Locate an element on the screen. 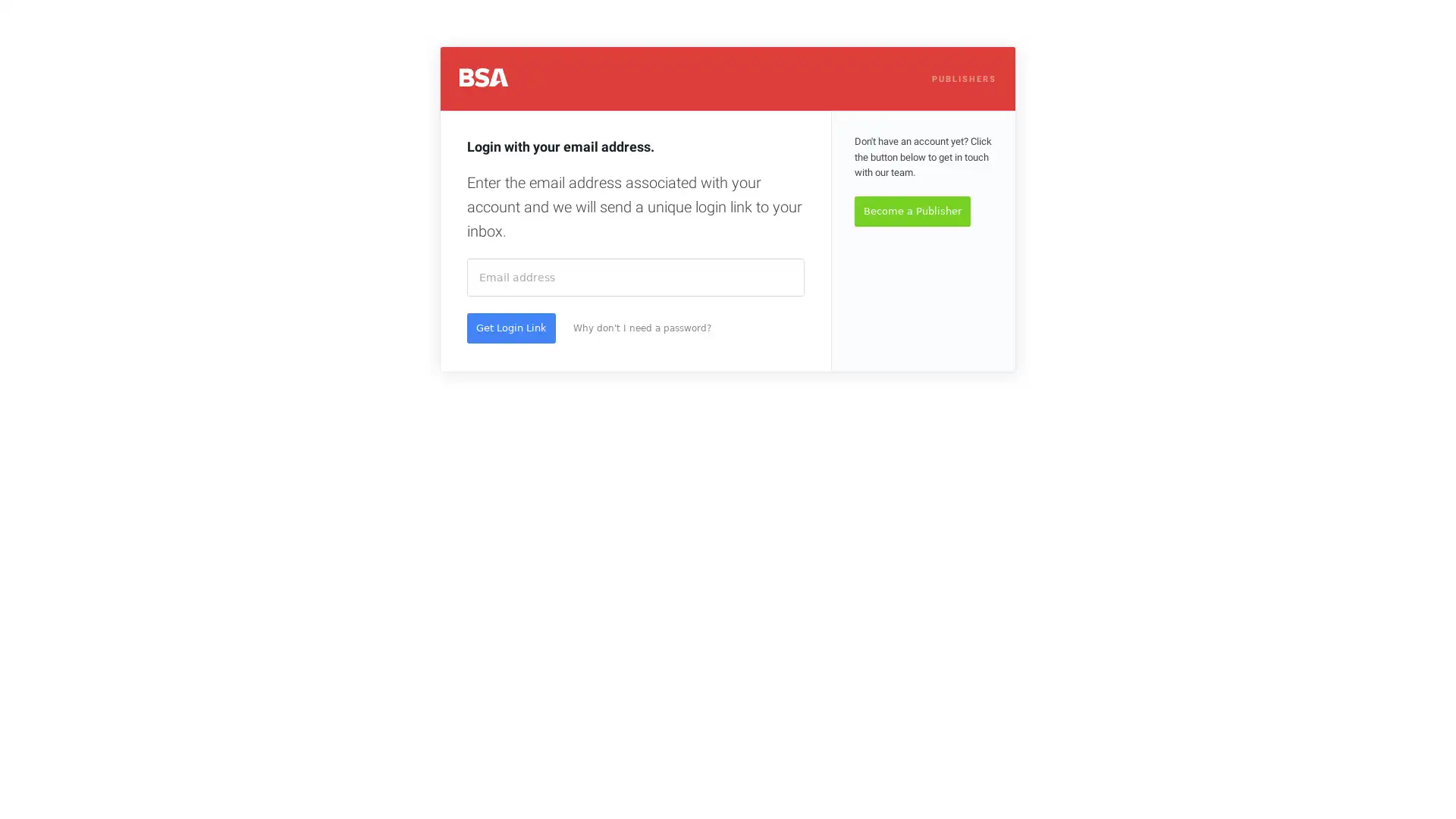 Image resolution: width=1456 pixels, height=819 pixels. Become a Publisher is located at coordinates (912, 211).